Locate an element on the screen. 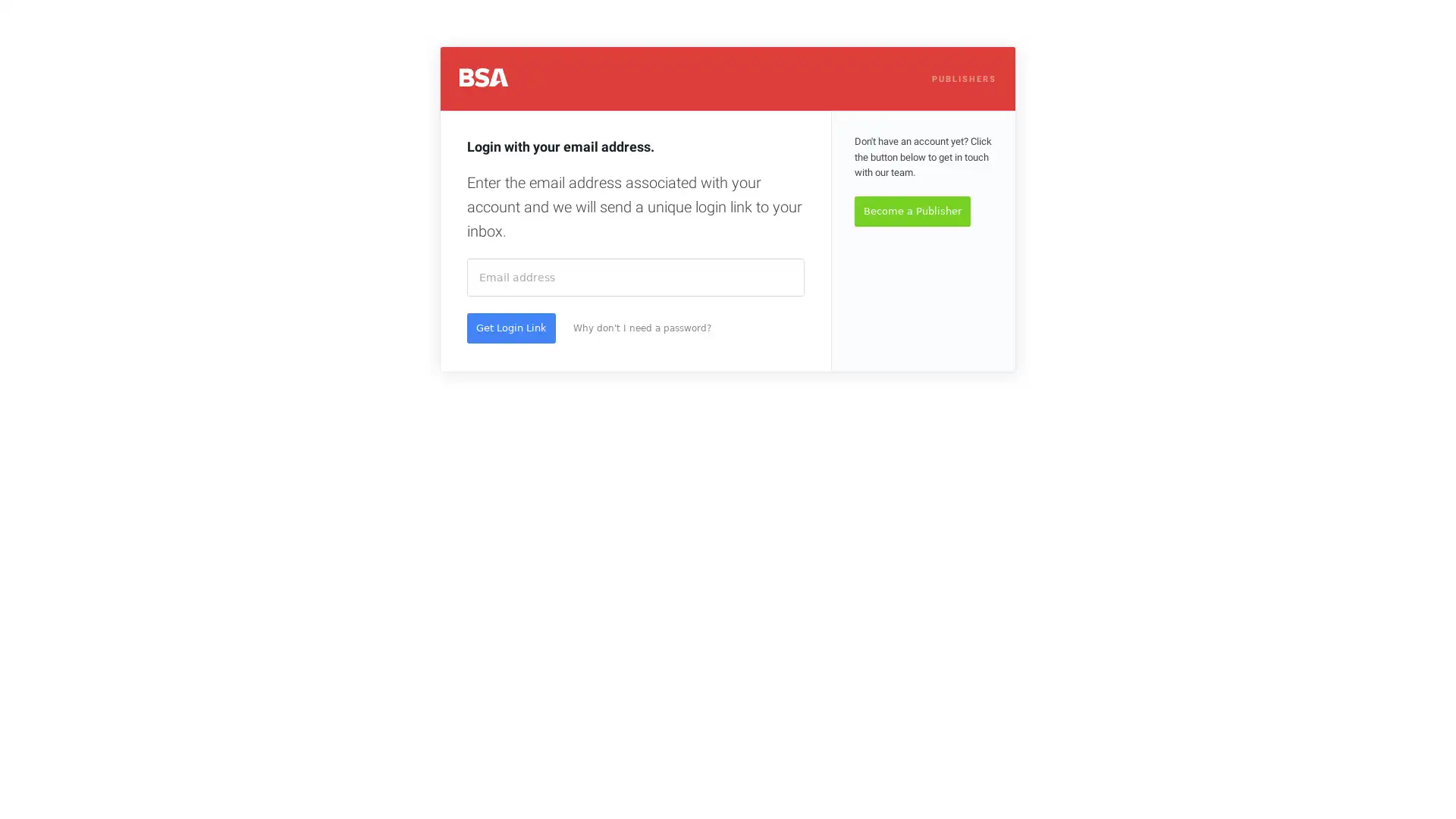 Image resolution: width=1456 pixels, height=819 pixels. Become a Publisher is located at coordinates (912, 211).